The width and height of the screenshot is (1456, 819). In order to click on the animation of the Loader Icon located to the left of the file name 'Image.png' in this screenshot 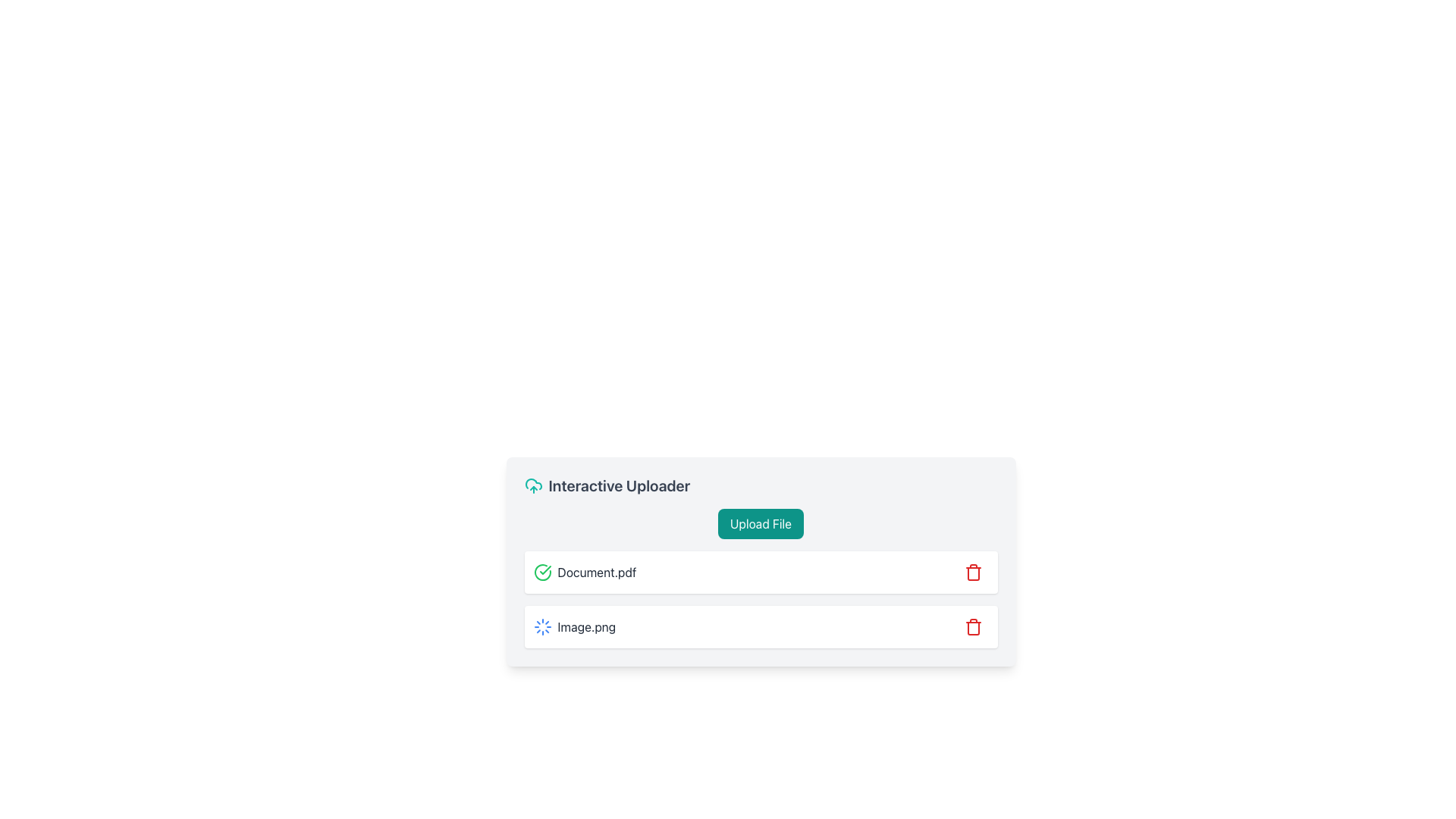, I will do `click(542, 626)`.